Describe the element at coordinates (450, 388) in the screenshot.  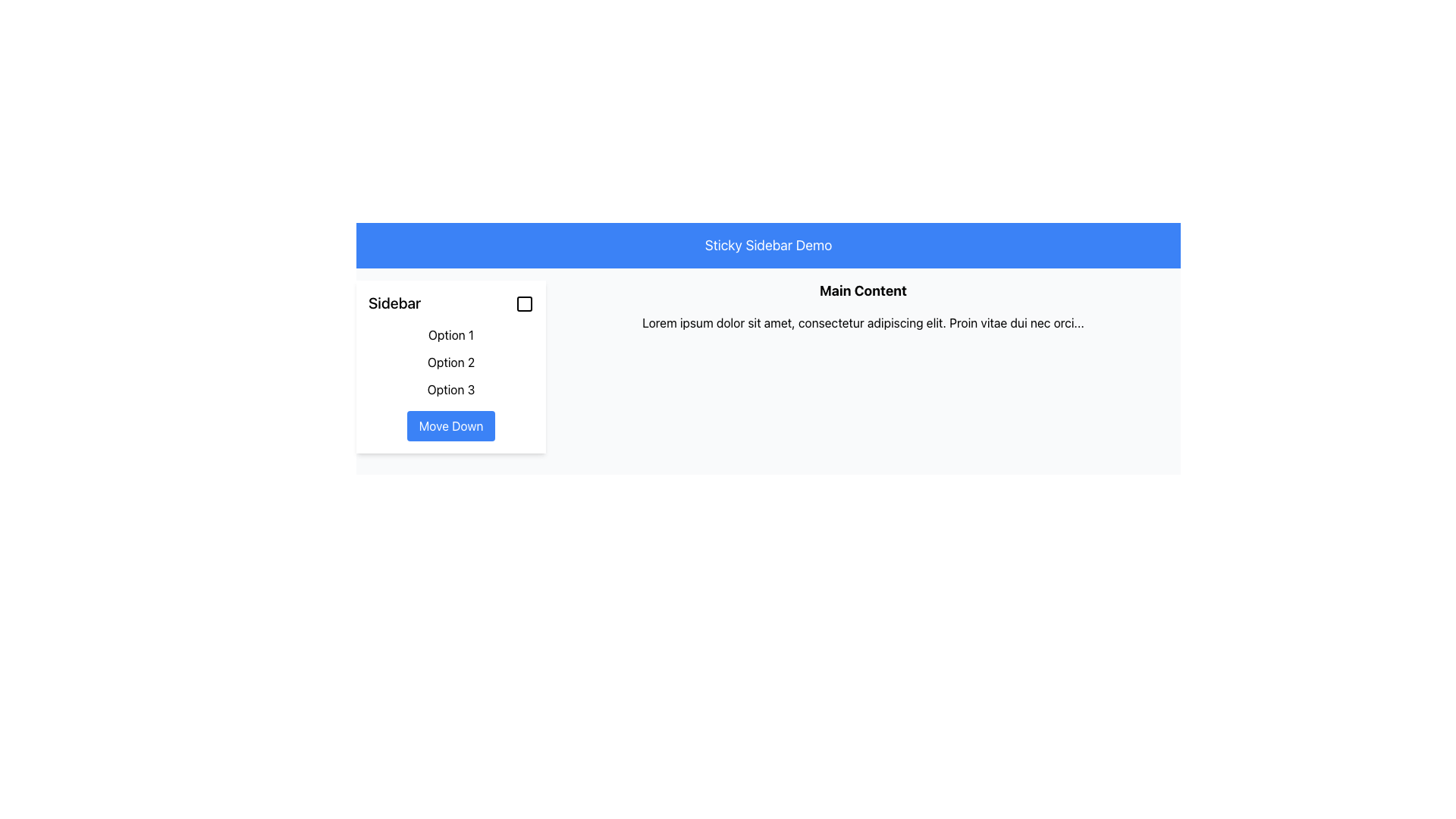
I see `the third item in the vertical list of options within the 'Sidebar', located directly below 'Option 2'` at that location.